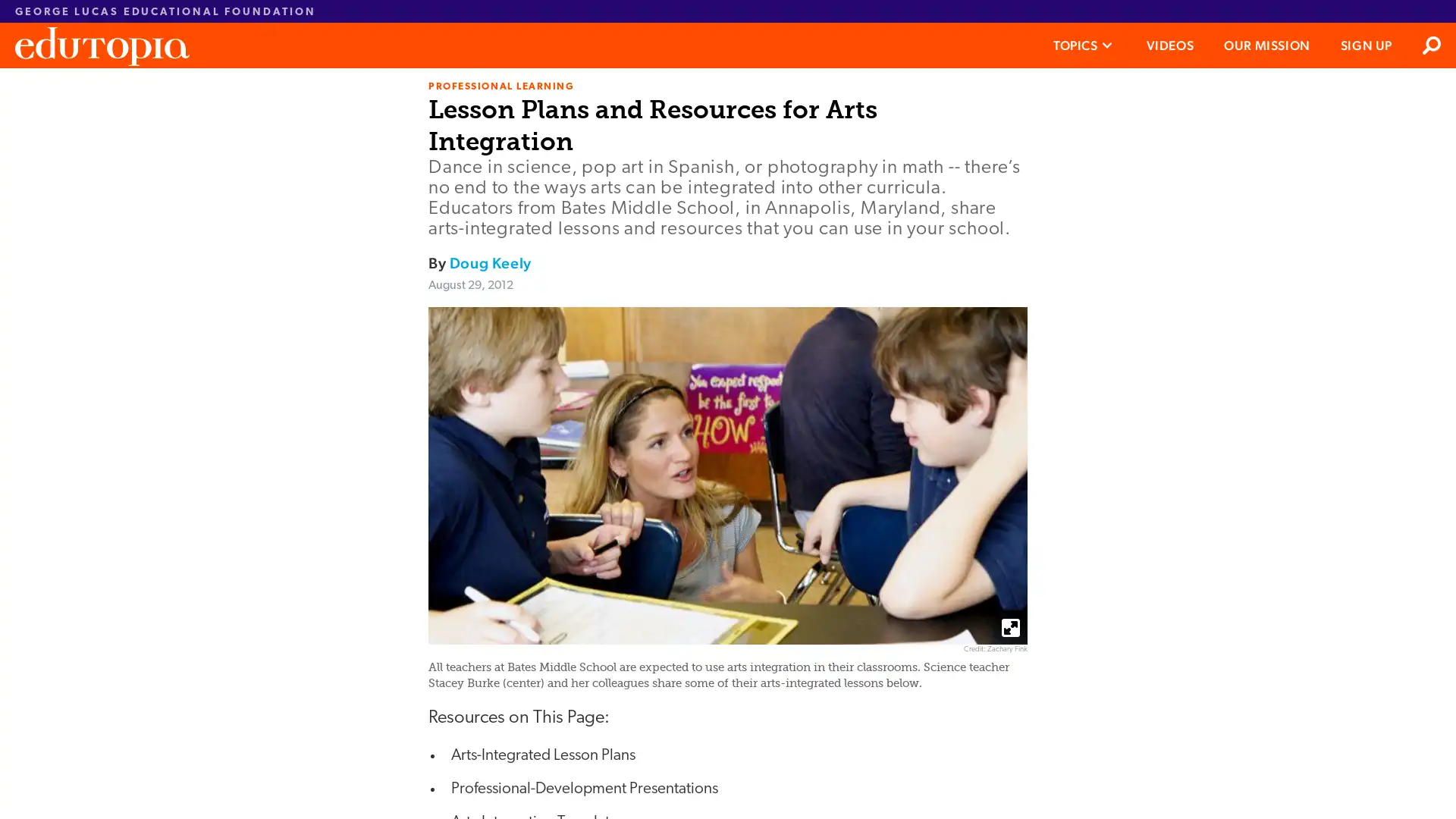 This screenshot has height=819, width=1456. I want to click on TOPICS, so click(1083, 45).